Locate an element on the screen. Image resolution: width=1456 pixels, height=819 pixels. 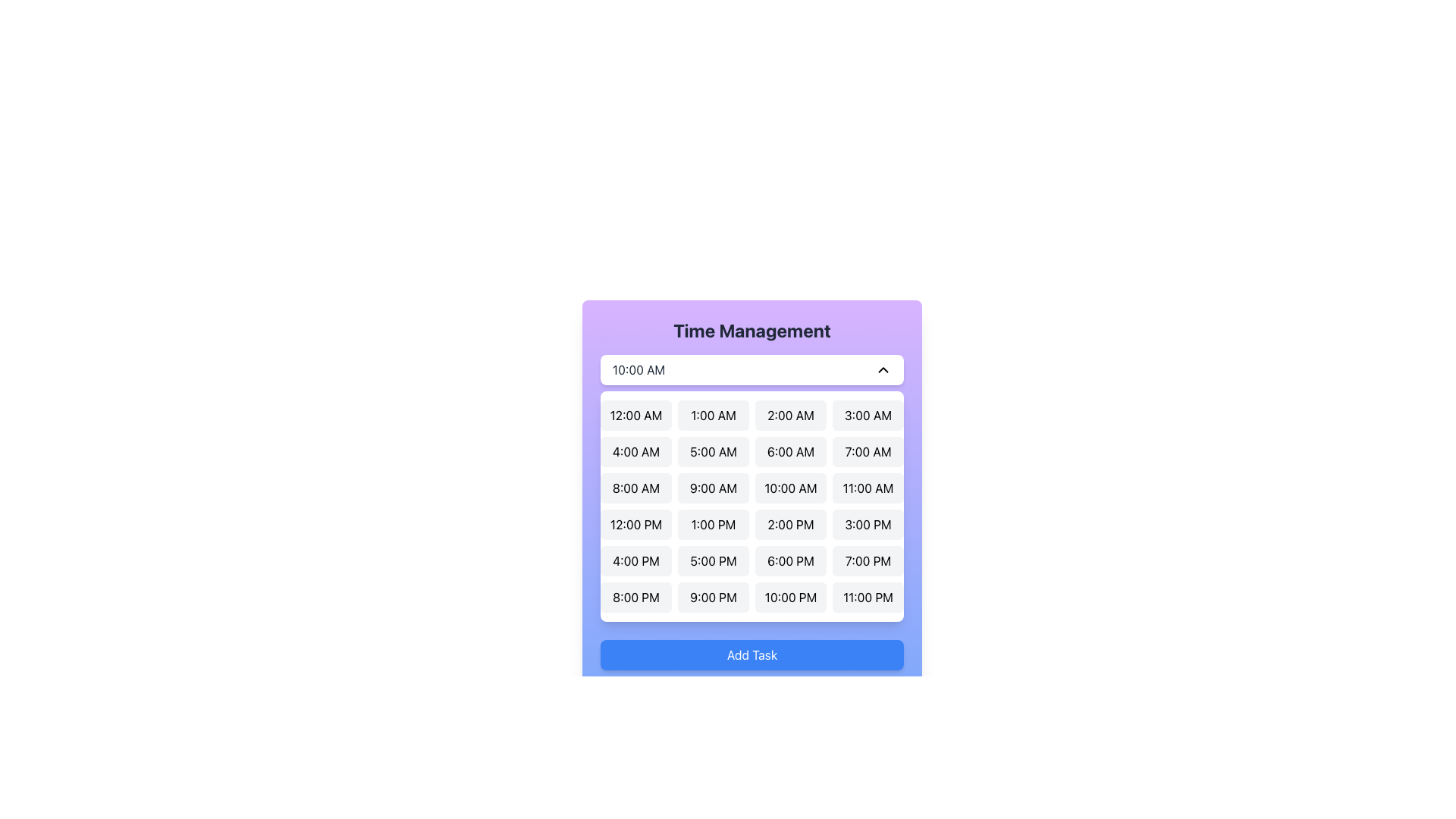
the rectangular button with rounded corners displaying '10:00 AM' is located at coordinates (789, 488).